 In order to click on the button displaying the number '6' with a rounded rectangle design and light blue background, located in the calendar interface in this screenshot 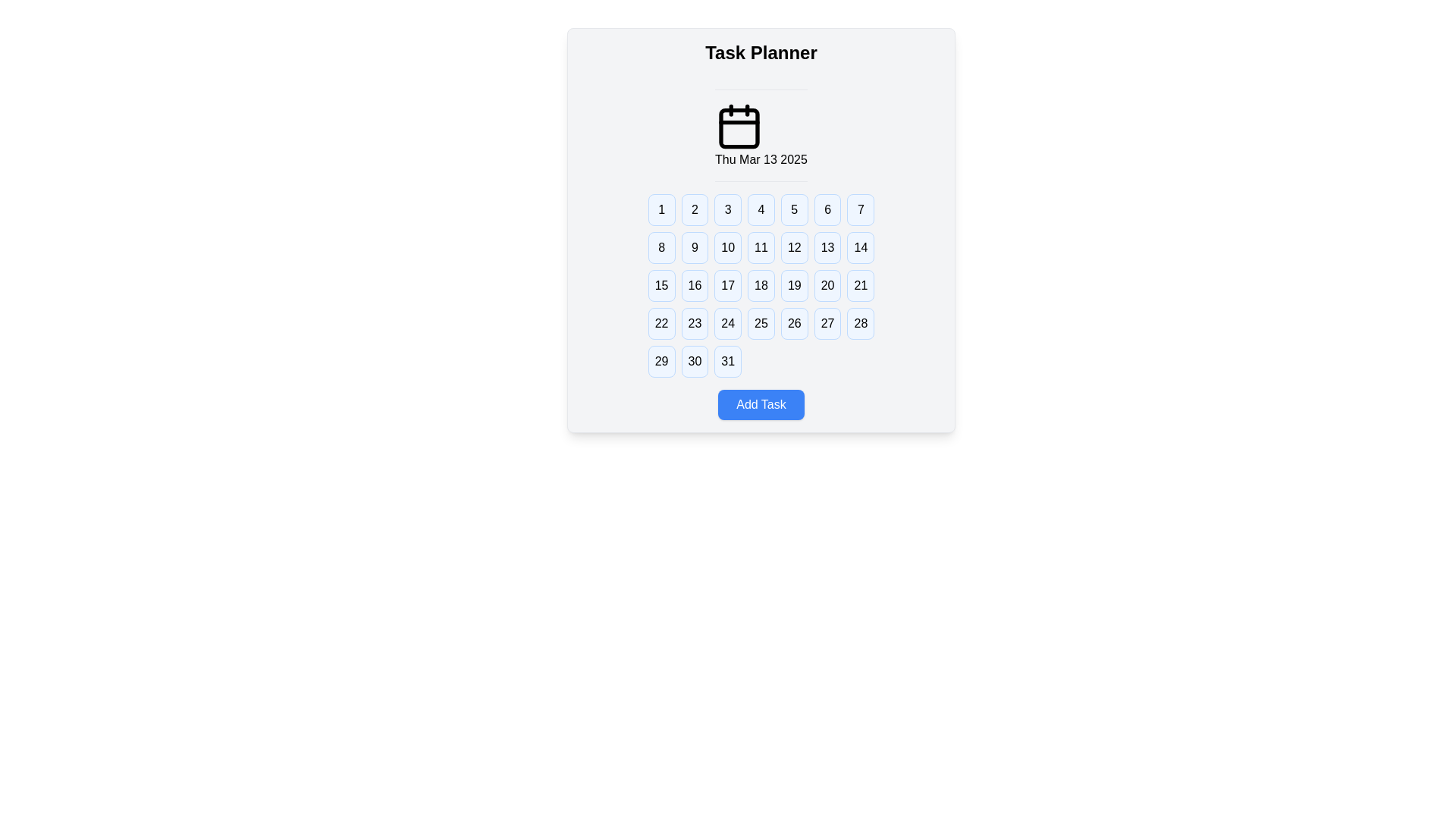, I will do `click(827, 210)`.